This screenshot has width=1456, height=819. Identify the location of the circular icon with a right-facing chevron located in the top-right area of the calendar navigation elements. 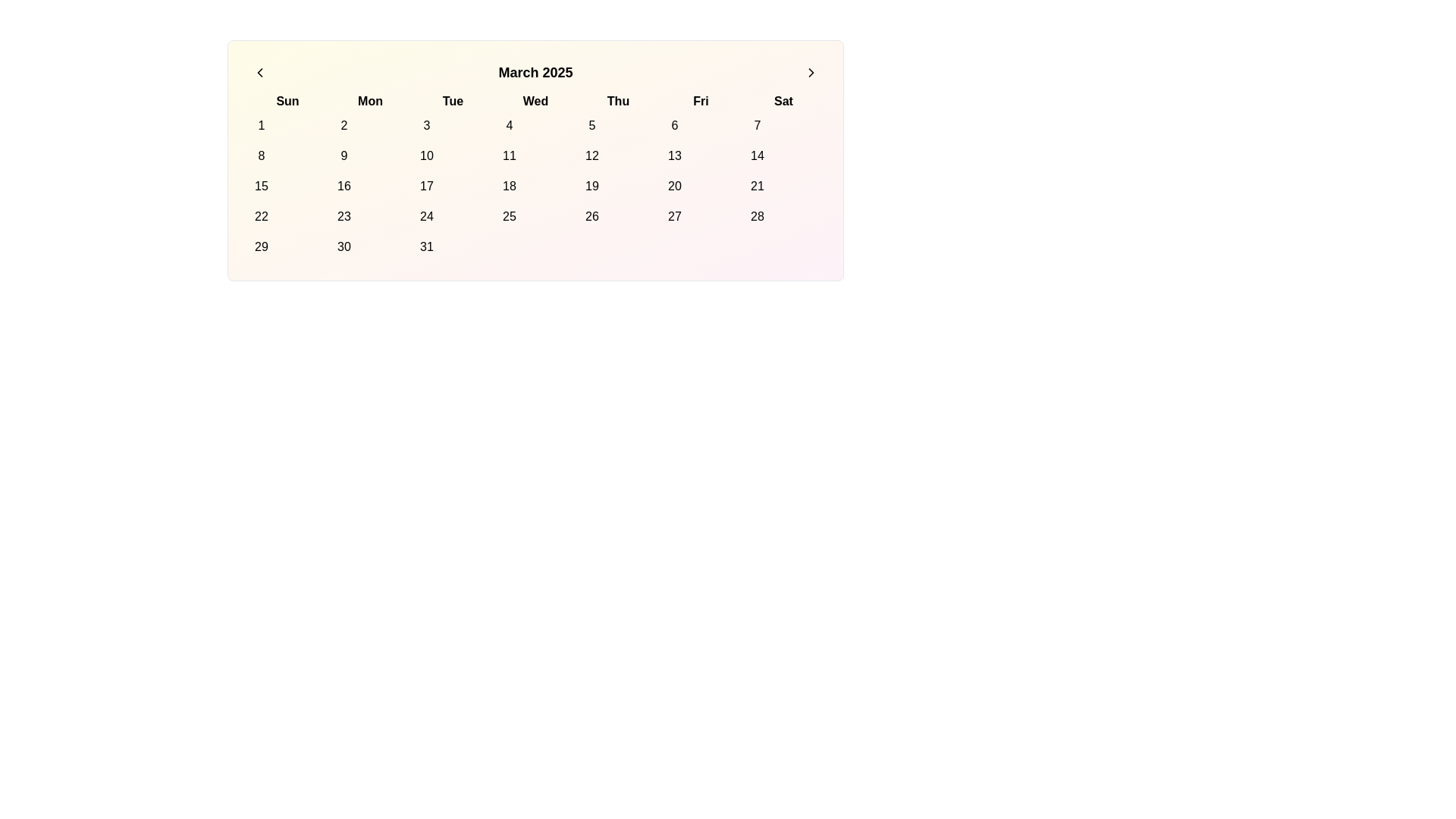
(811, 73).